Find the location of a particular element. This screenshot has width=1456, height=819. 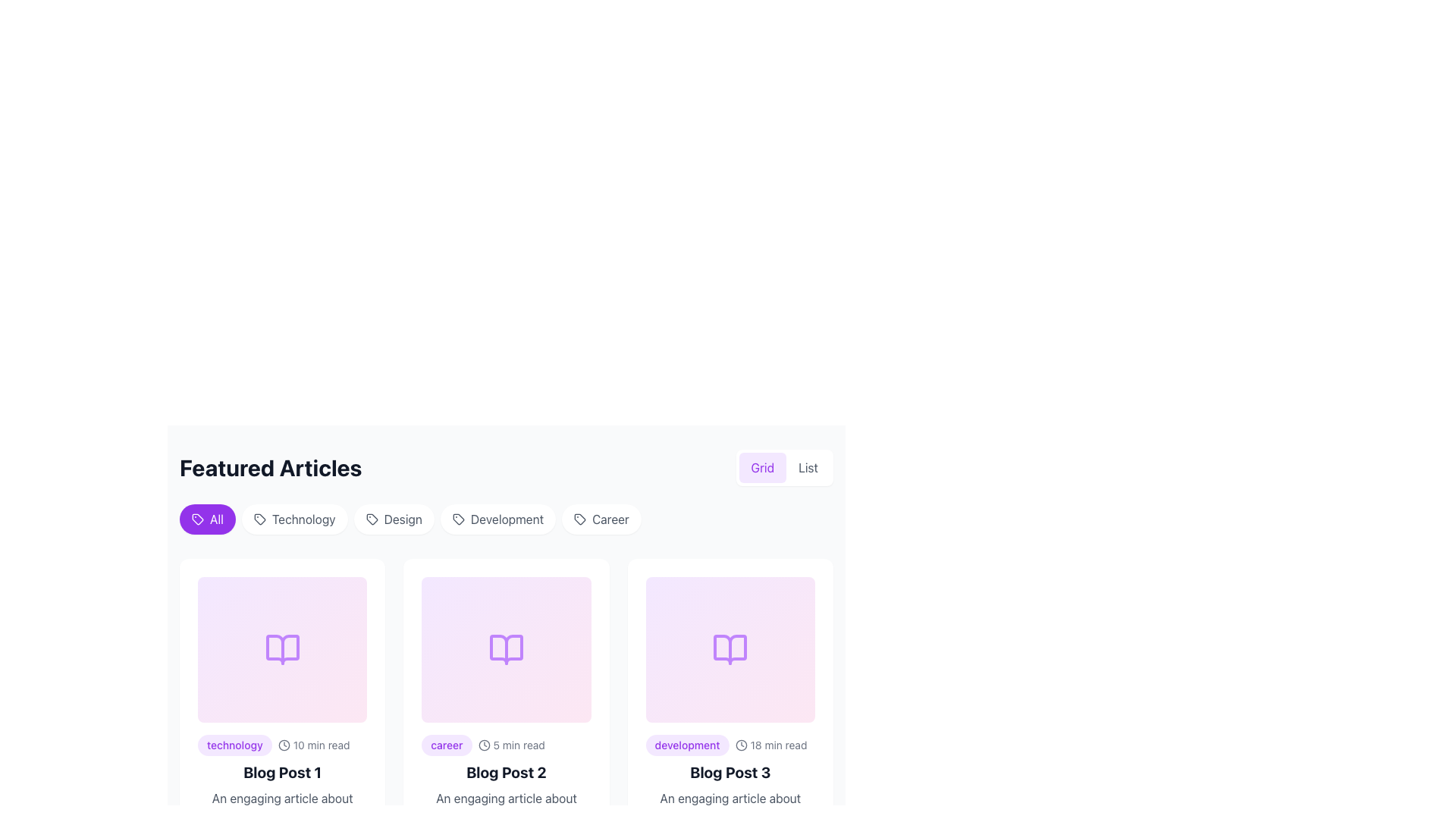

the 'All' button in the navigation bar is located at coordinates (506, 522).